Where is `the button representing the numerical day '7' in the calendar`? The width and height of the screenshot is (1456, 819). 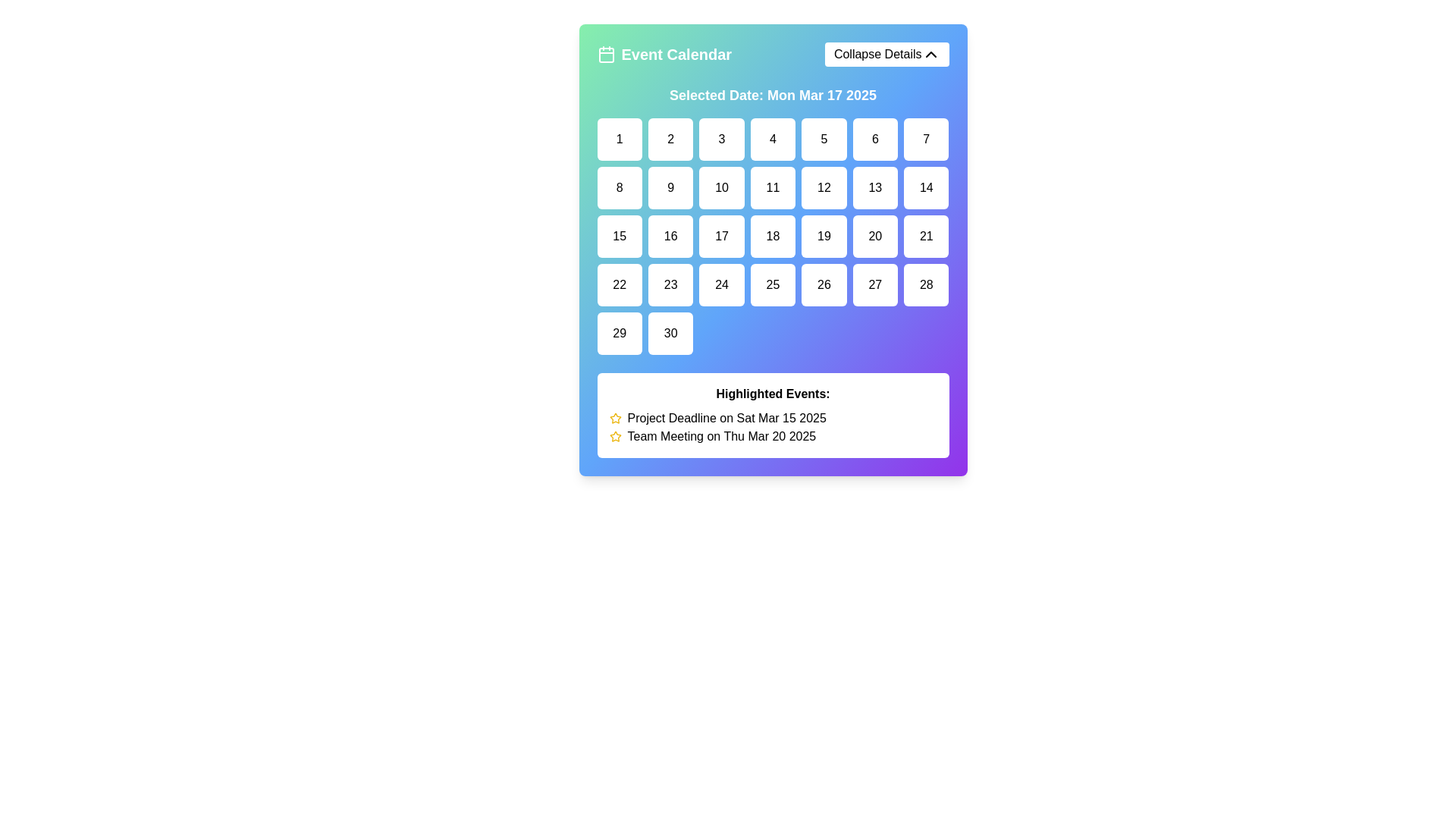 the button representing the numerical day '7' in the calendar is located at coordinates (925, 140).